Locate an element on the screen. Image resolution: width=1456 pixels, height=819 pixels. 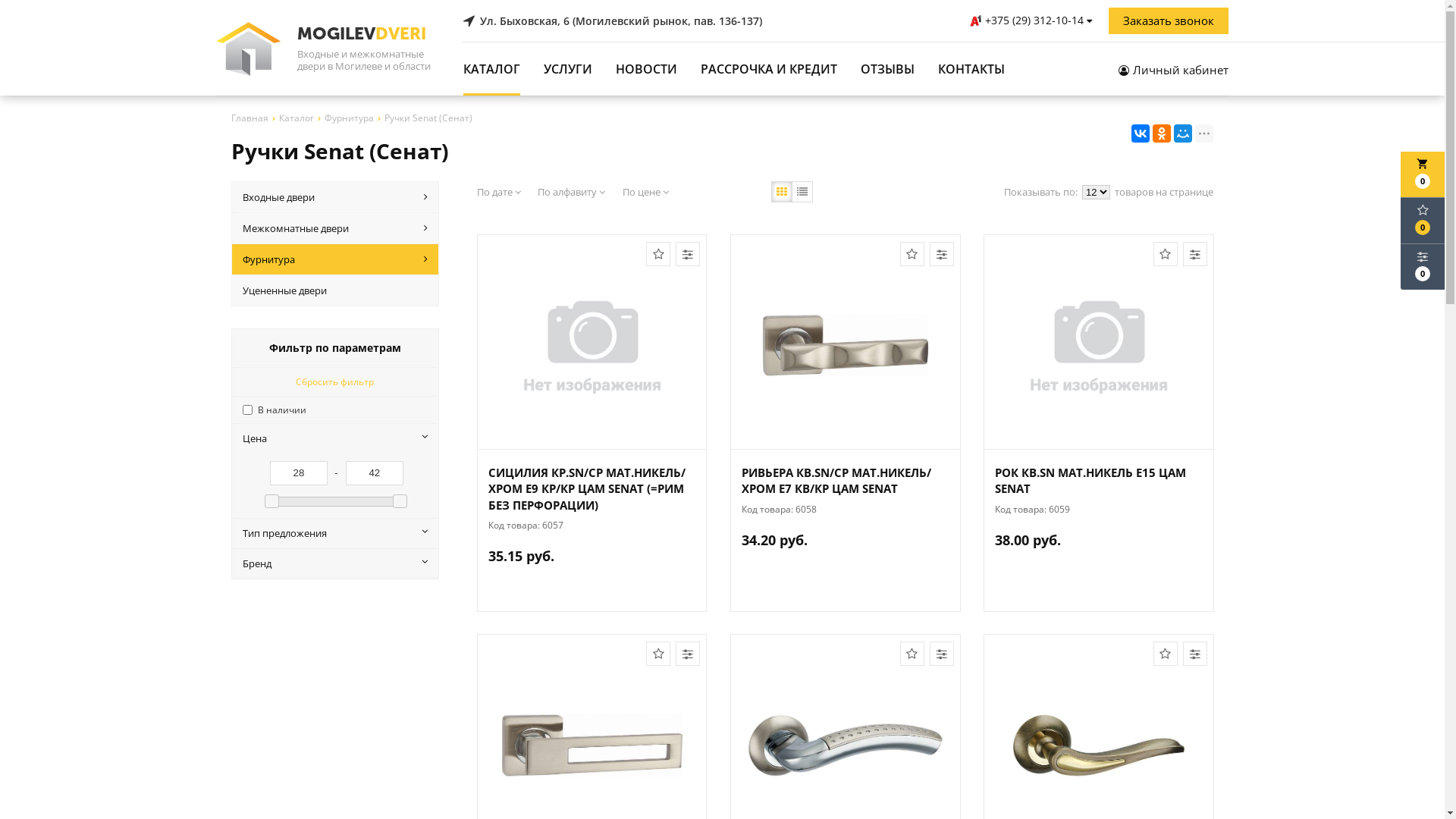
'0' is located at coordinates (1422, 220).